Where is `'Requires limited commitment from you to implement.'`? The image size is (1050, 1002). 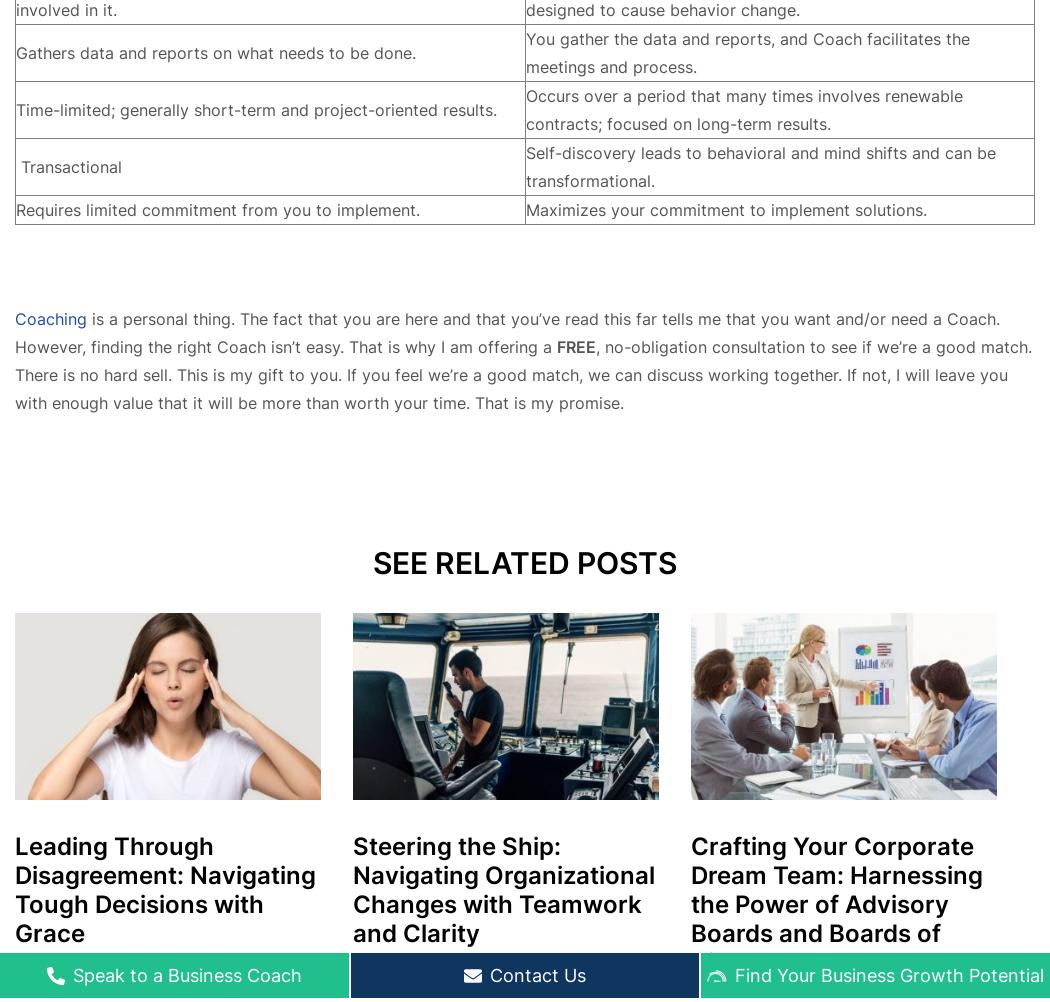 'Requires limited commitment from you to implement.' is located at coordinates (216, 209).